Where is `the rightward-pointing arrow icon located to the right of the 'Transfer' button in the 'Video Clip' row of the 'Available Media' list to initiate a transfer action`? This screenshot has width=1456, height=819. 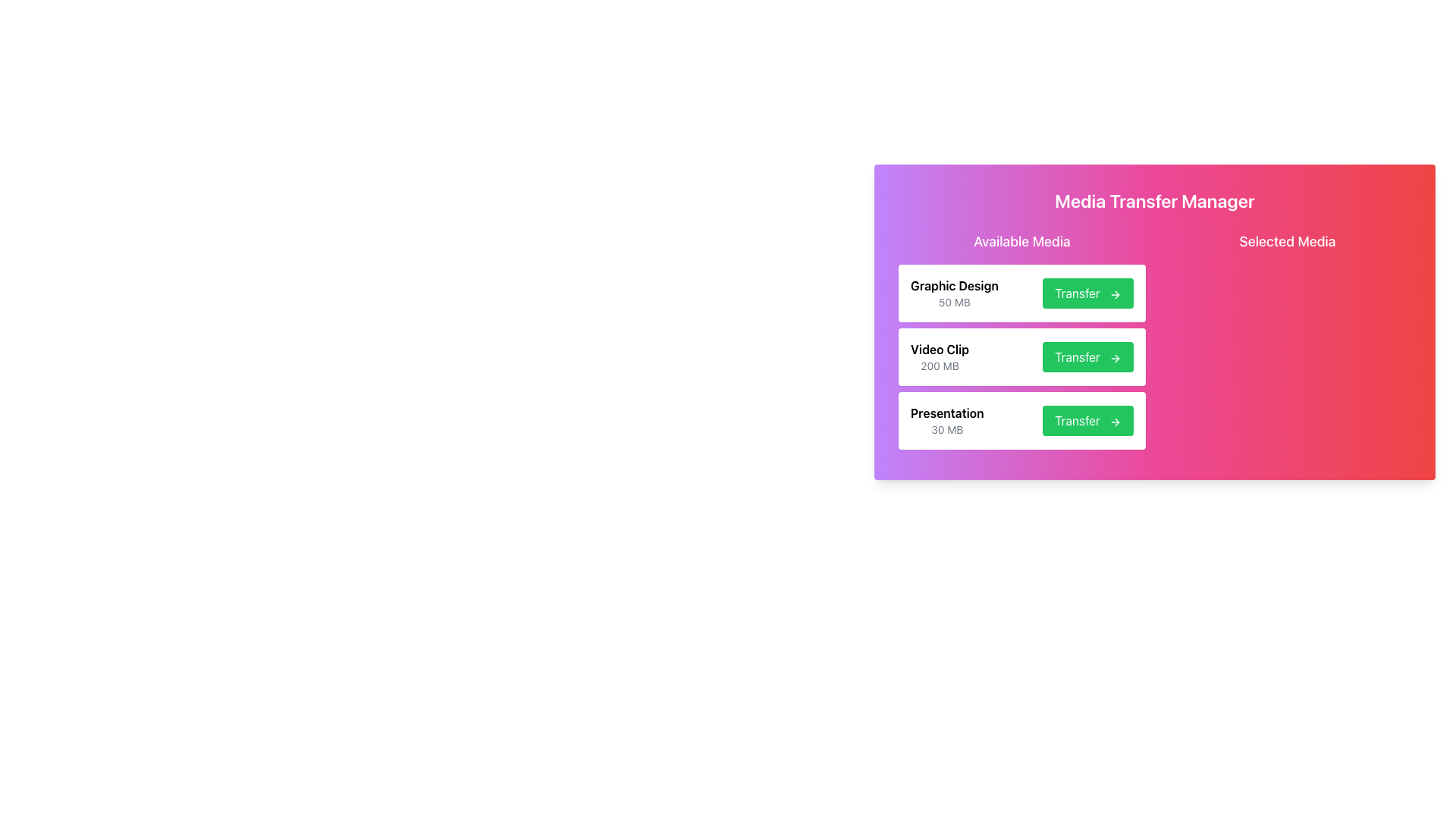 the rightward-pointing arrow icon located to the right of the 'Transfer' button in the 'Video Clip' row of the 'Available Media' list to initiate a transfer action is located at coordinates (1115, 357).